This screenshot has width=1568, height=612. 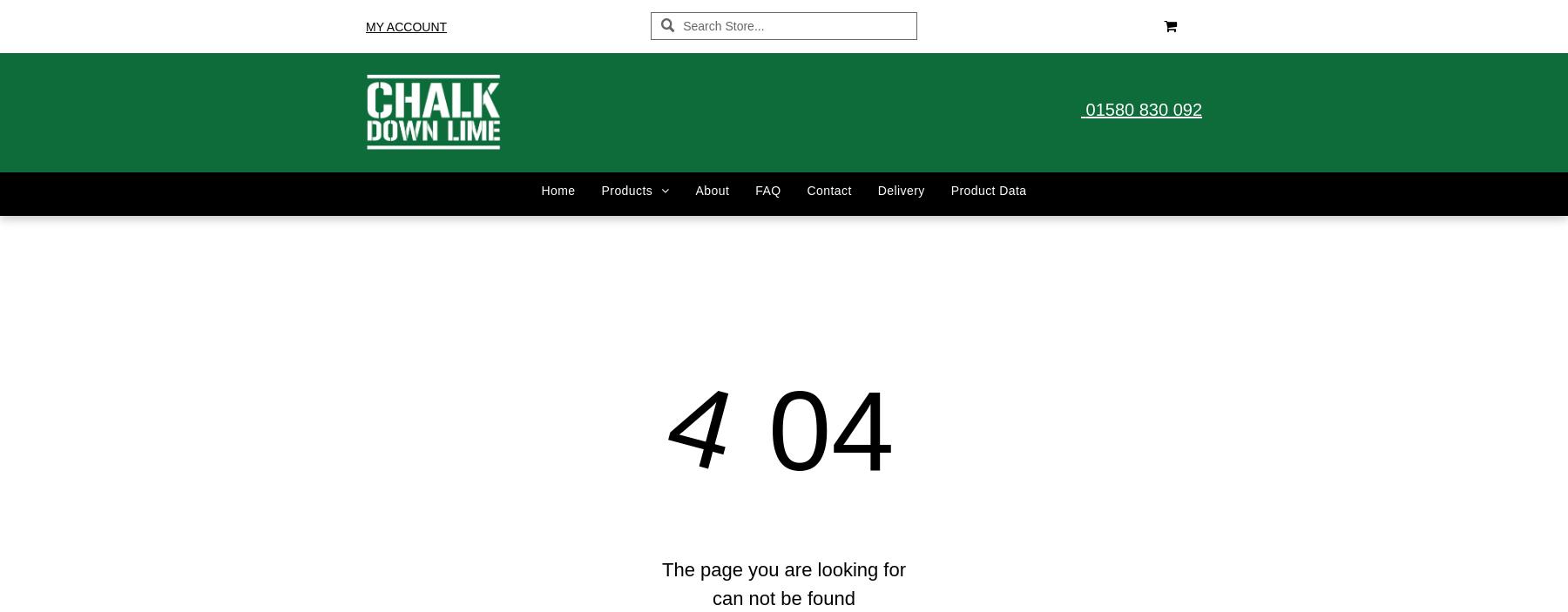 I want to click on 'Share by:', so click(x=71, y=43).